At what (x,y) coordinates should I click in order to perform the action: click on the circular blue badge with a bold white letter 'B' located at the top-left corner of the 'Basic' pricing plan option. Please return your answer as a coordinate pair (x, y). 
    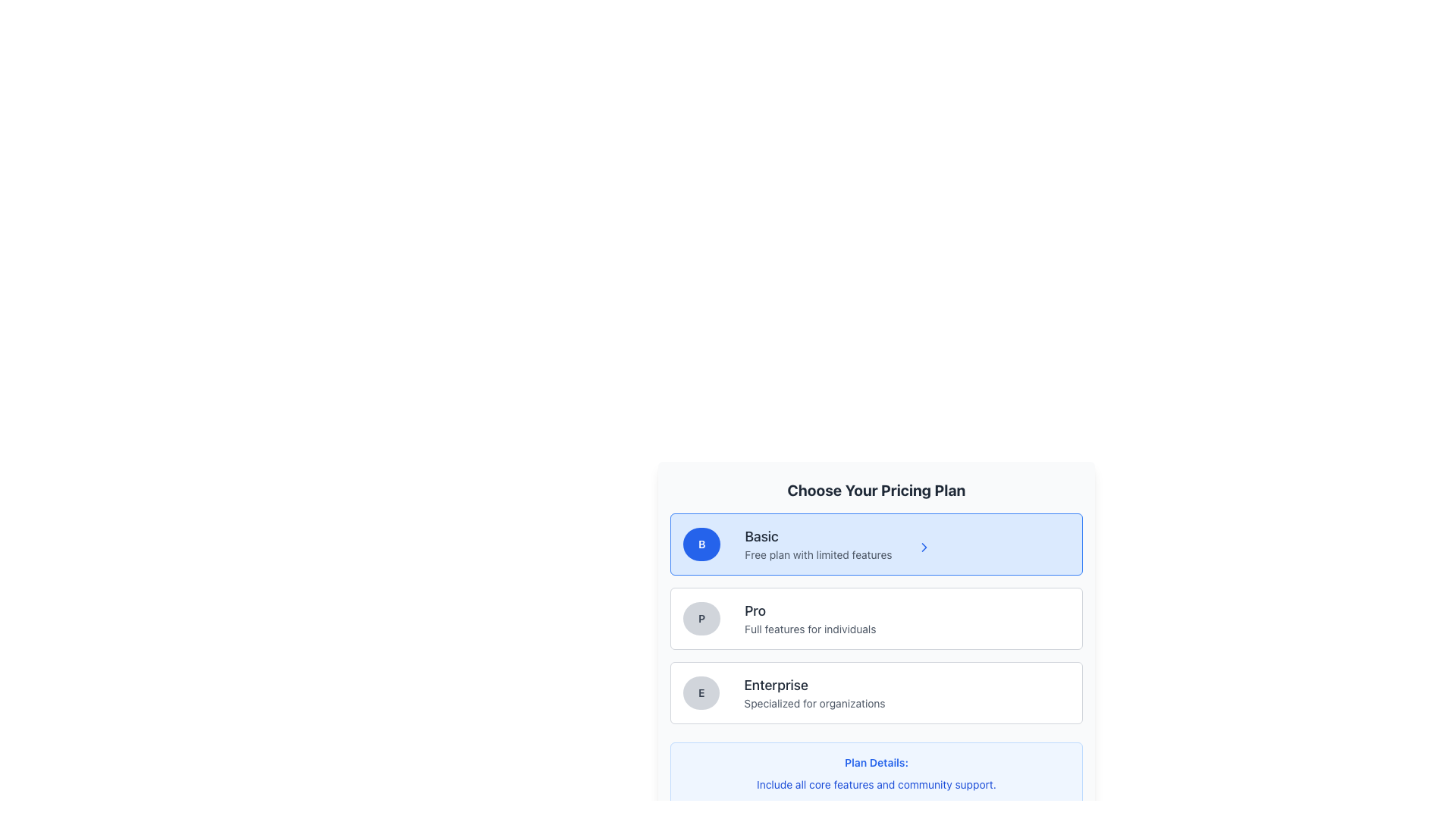
    Looking at the image, I should click on (701, 543).